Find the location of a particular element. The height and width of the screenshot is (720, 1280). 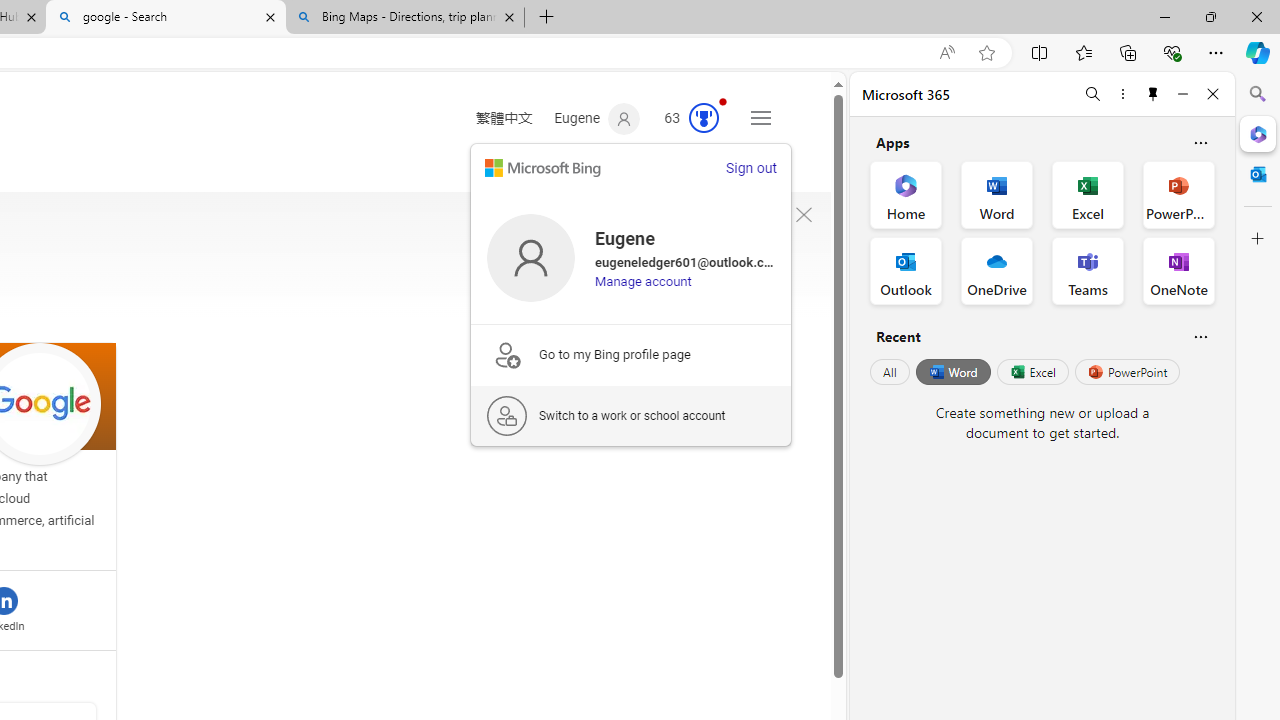

'Eugene' is located at coordinates (596, 119).